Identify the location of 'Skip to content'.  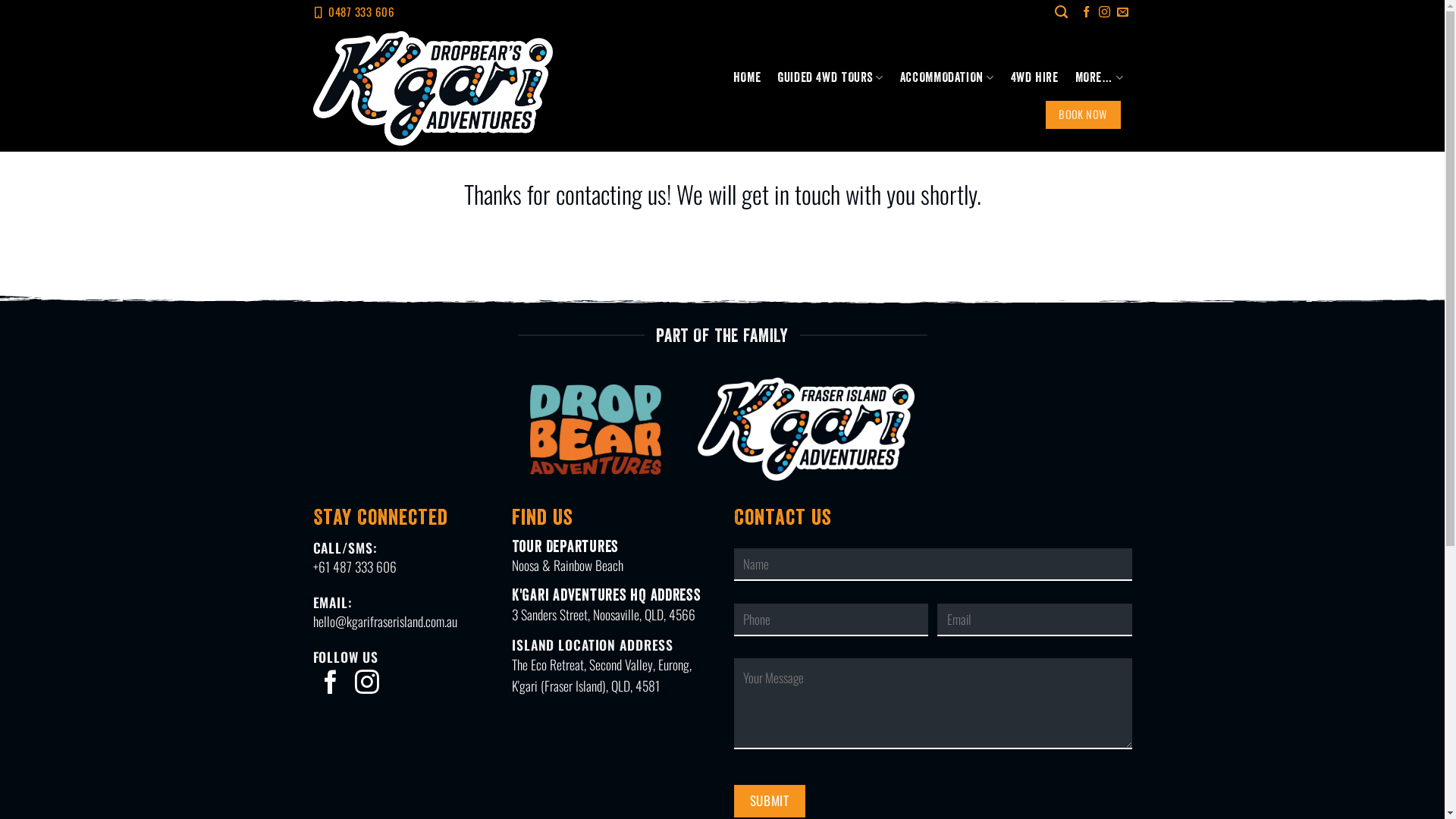
(0, 0).